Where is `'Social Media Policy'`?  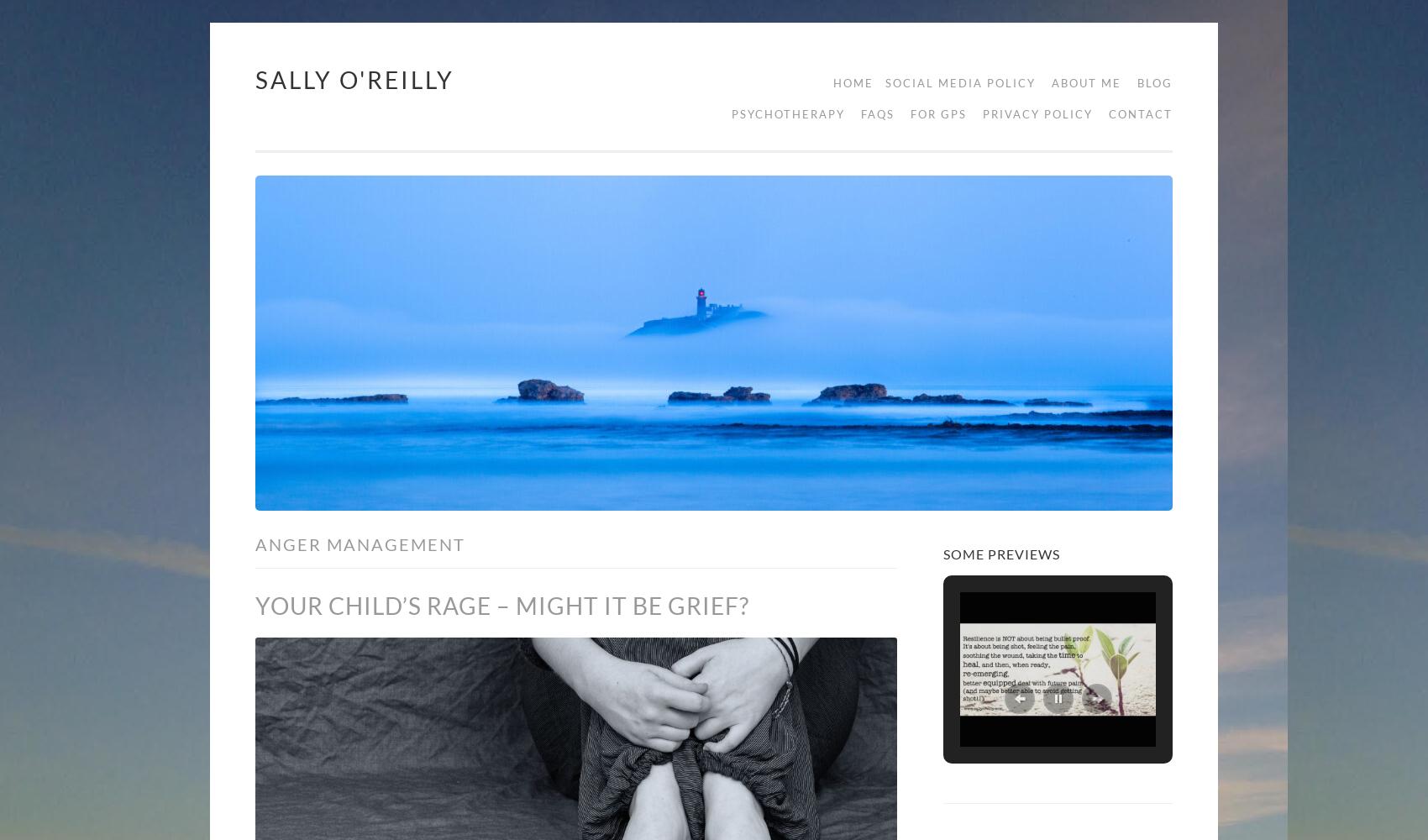 'Social Media Policy' is located at coordinates (960, 82).